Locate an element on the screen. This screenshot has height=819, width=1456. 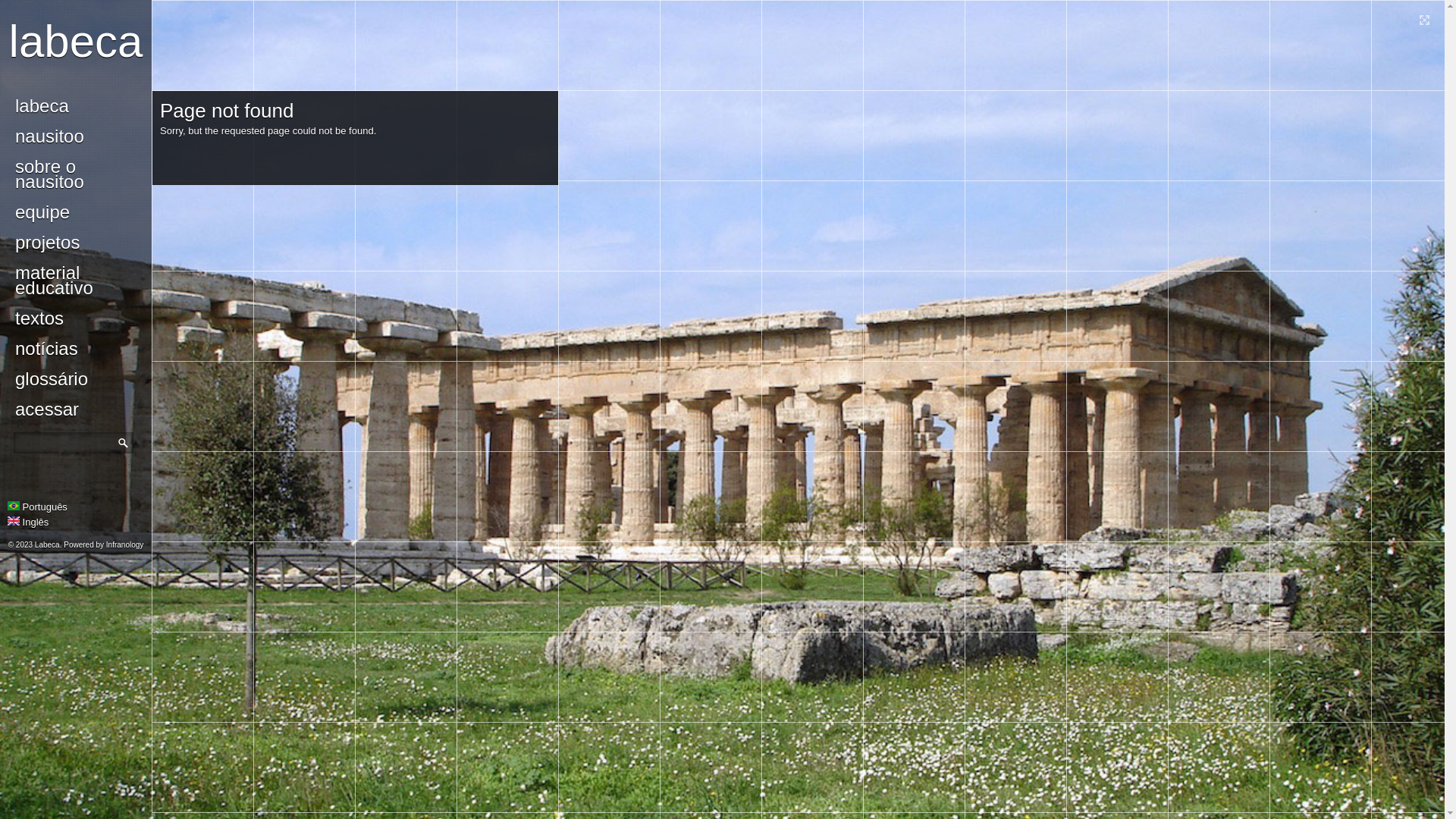
'nausitoo' is located at coordinates (75, 136).